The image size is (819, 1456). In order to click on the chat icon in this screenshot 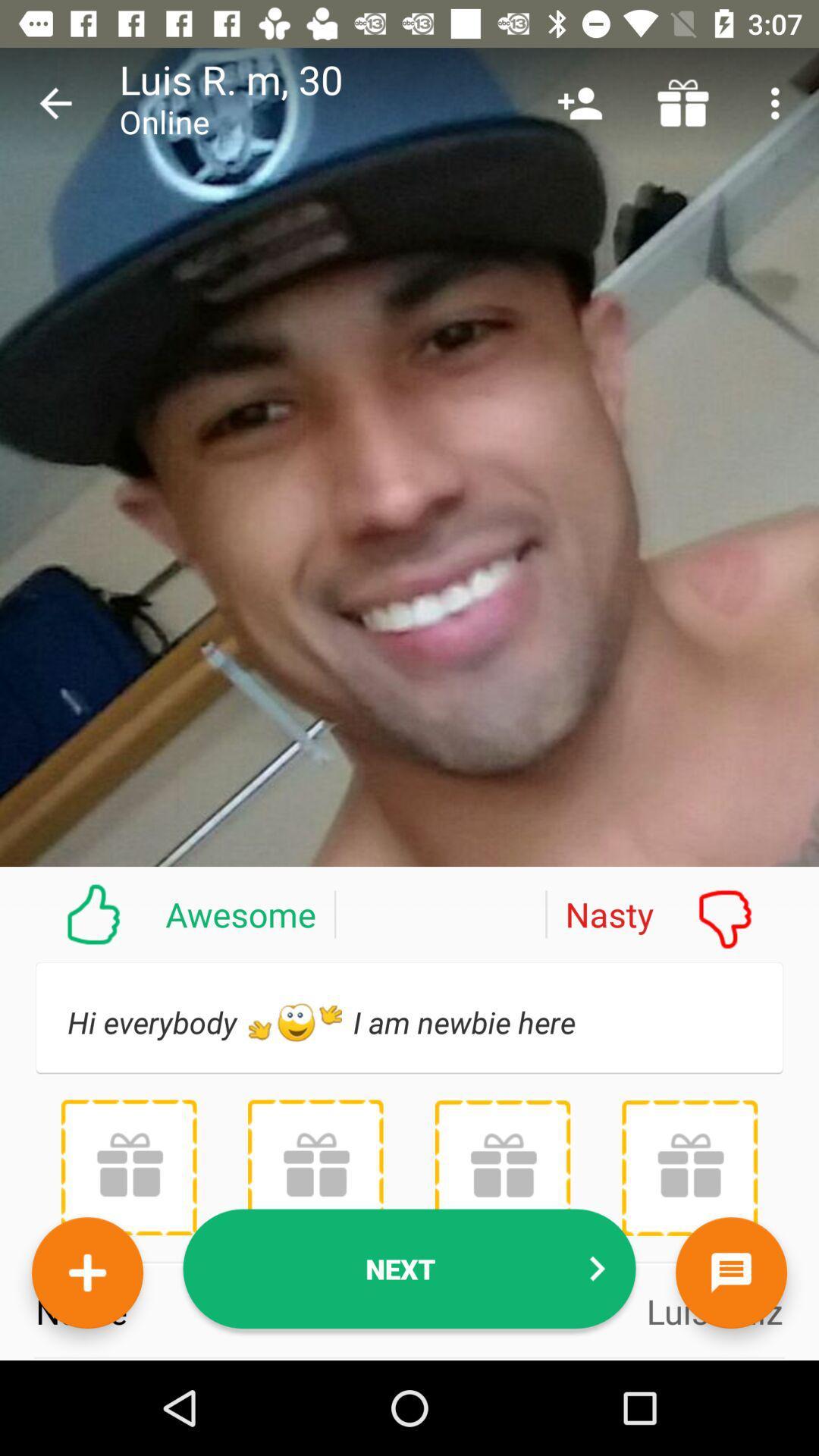, I will do `click(730, 1272)`.